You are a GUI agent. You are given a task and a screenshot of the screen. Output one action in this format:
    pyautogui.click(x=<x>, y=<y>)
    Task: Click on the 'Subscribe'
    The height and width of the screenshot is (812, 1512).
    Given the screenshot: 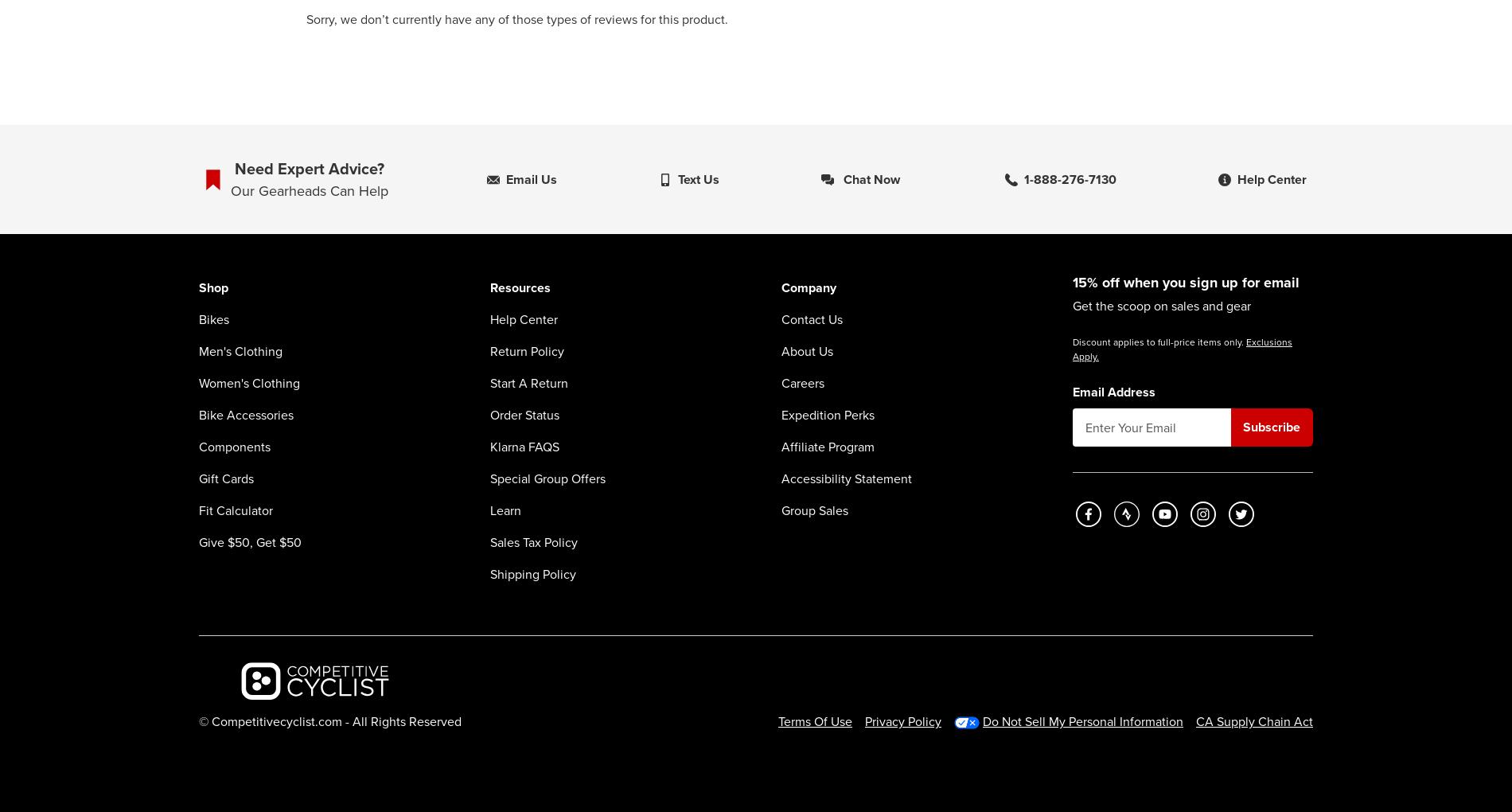 What is the action you would take?
    pyautogui.click(x=1272, y=426)
    